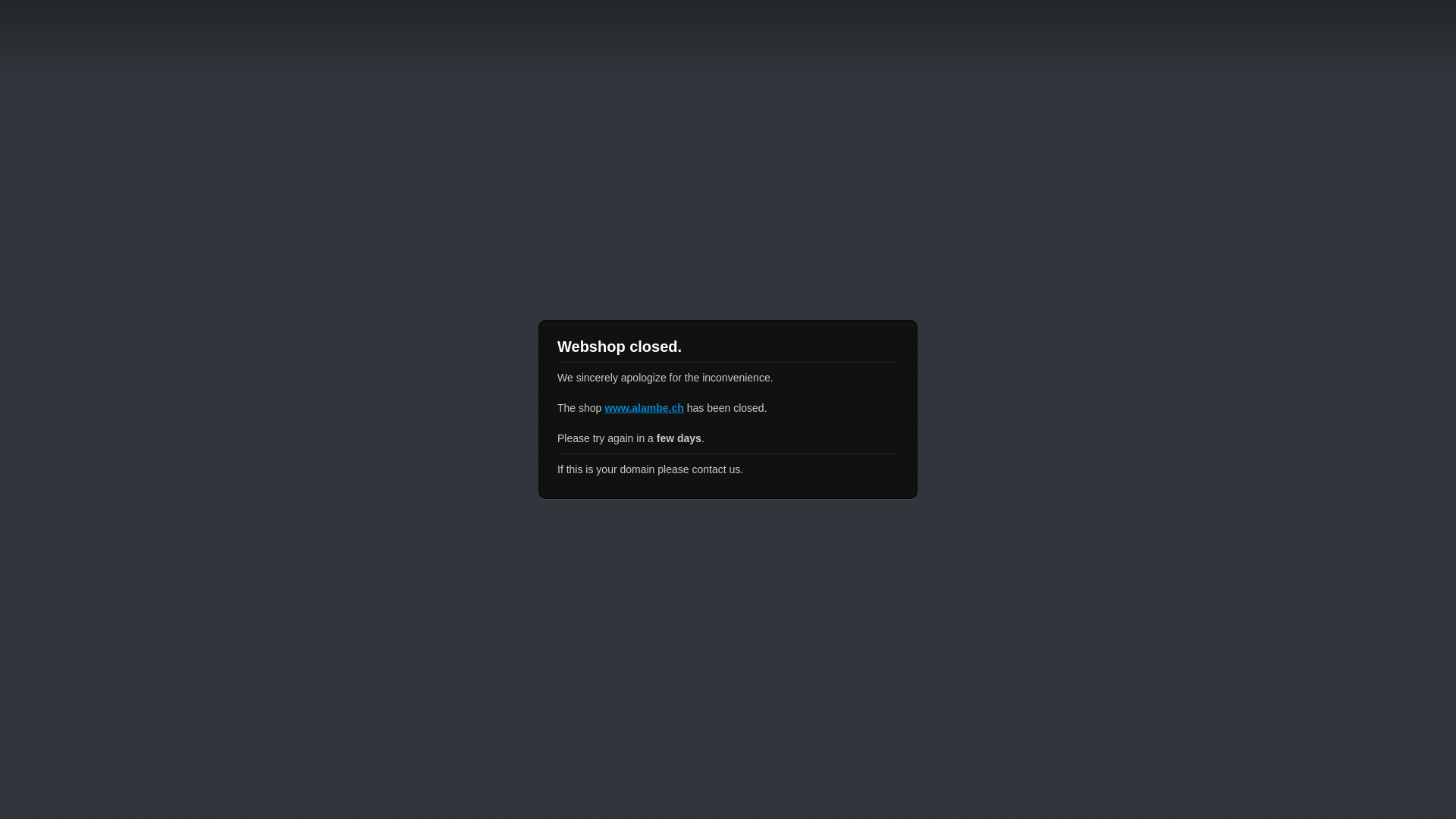  What do you see at coordinates (644, 406) in the screenshot?
I see `'www.alambe.ch'` at bounding box center [644, 406].